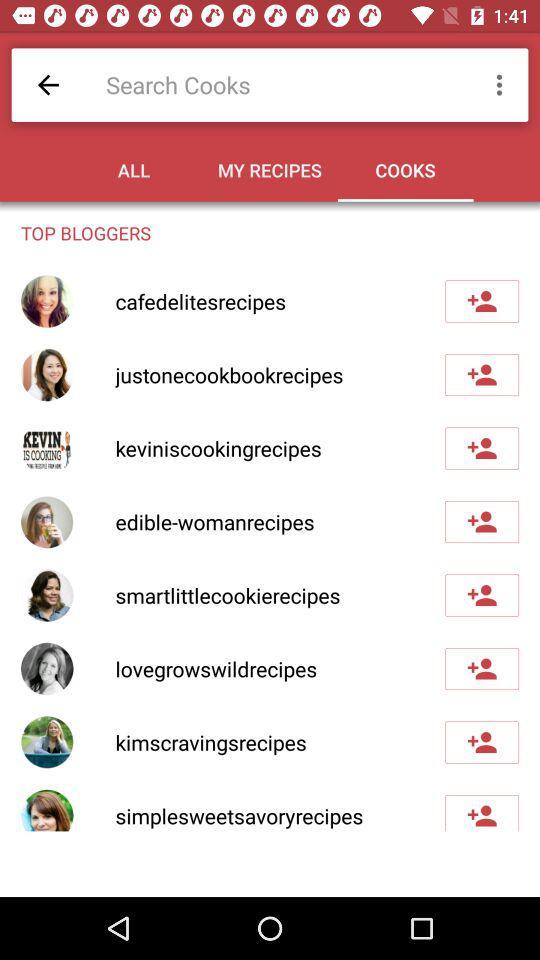 Image resolution: width=540 pixels, height=960 pixels. I want to click on type cook name, so click(279, 84).